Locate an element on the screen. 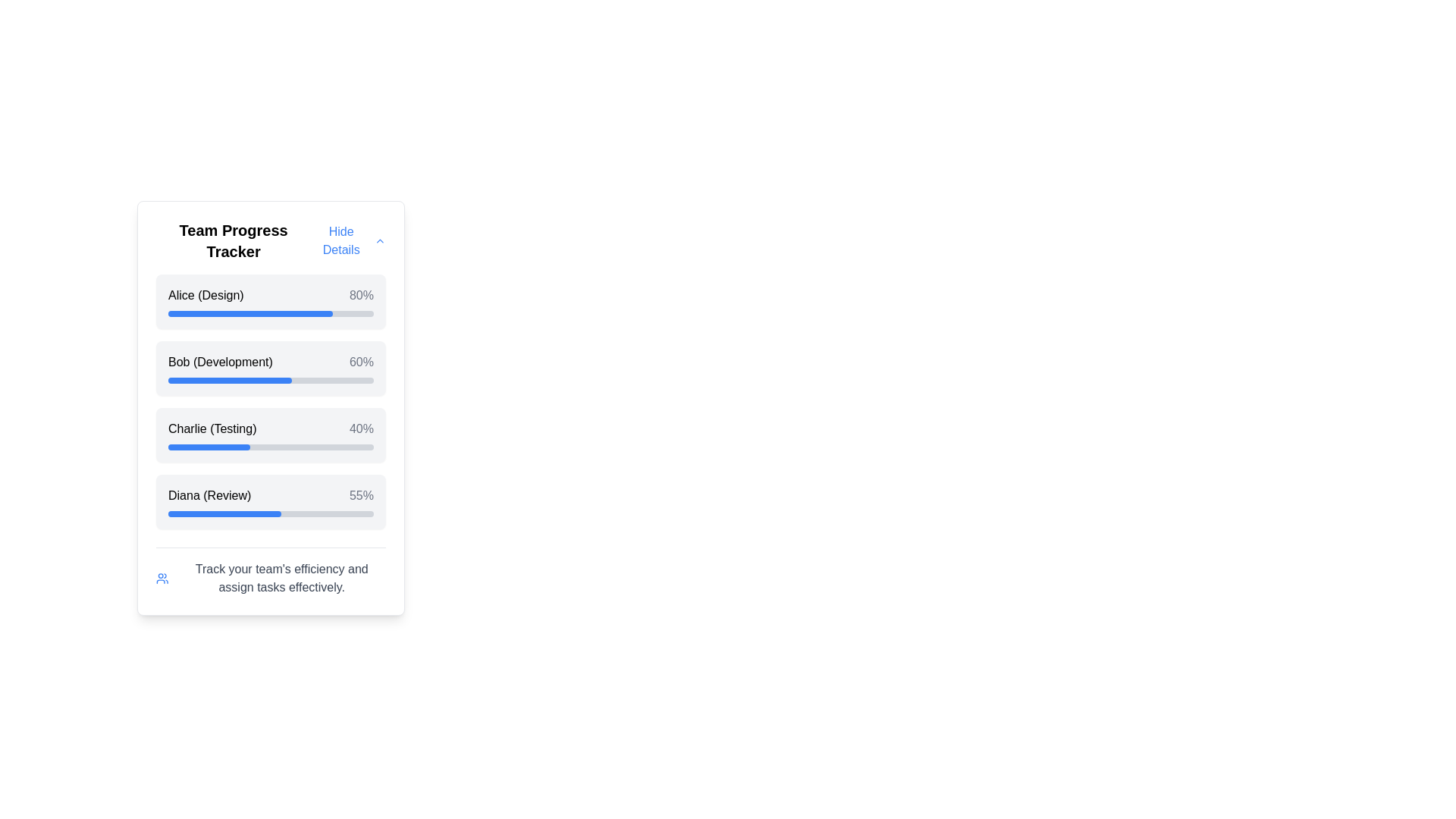  the text label 'Charlie (Testing)' in the progress tracker is located at coordinates (212, 429).